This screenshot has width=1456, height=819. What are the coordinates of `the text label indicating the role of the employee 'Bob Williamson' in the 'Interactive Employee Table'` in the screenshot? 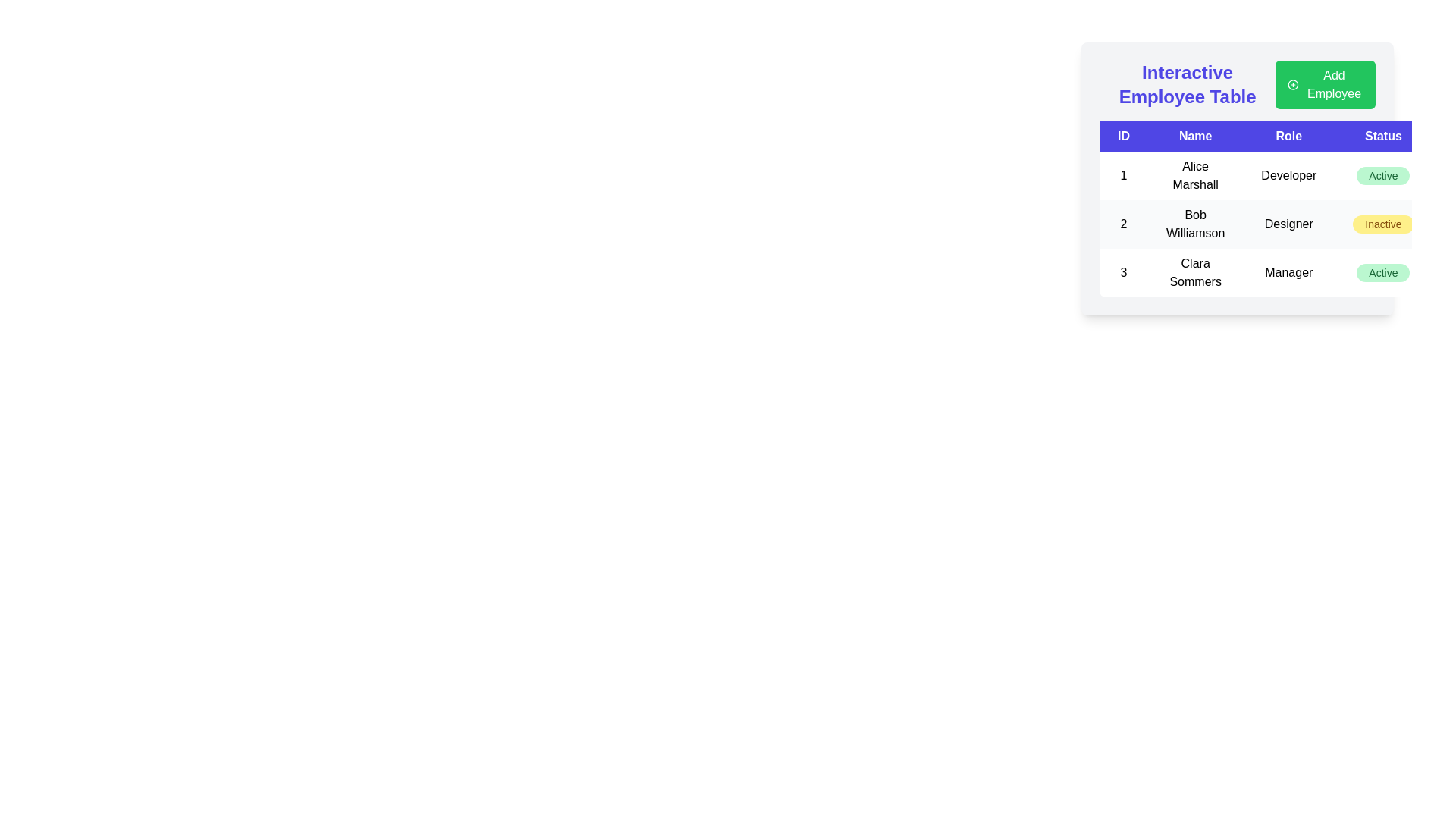 It's located at (1288, 224).